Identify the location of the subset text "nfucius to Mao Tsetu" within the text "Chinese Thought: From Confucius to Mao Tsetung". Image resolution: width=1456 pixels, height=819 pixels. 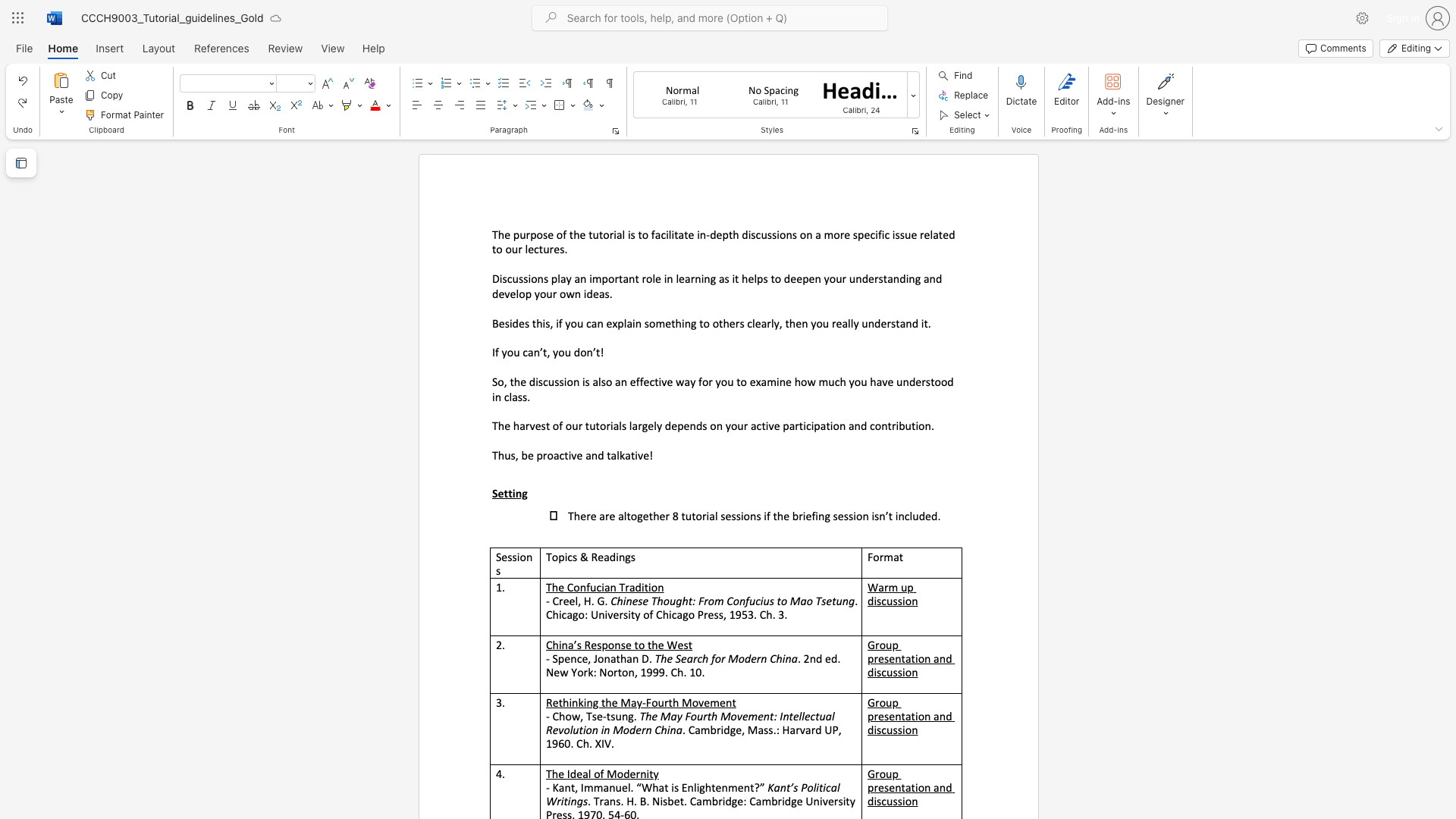
(739, 600).